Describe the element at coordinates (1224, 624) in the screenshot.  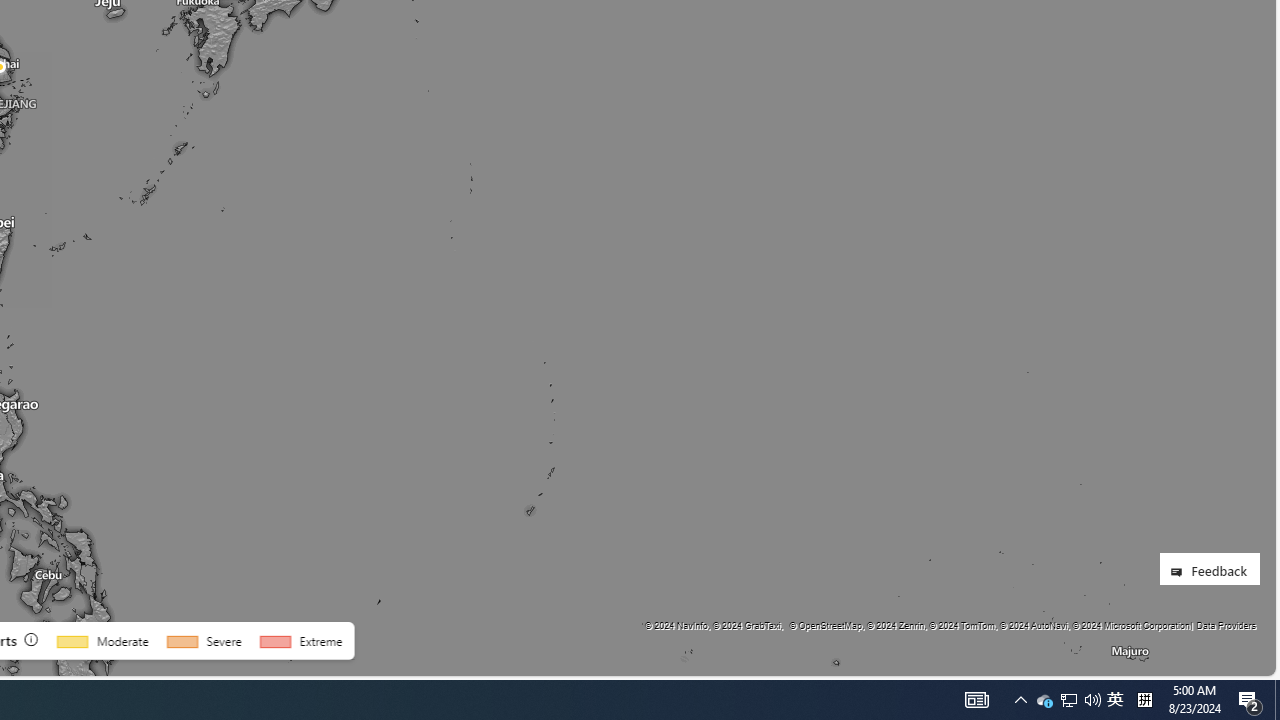
I see `'Data Providers'` at that location.